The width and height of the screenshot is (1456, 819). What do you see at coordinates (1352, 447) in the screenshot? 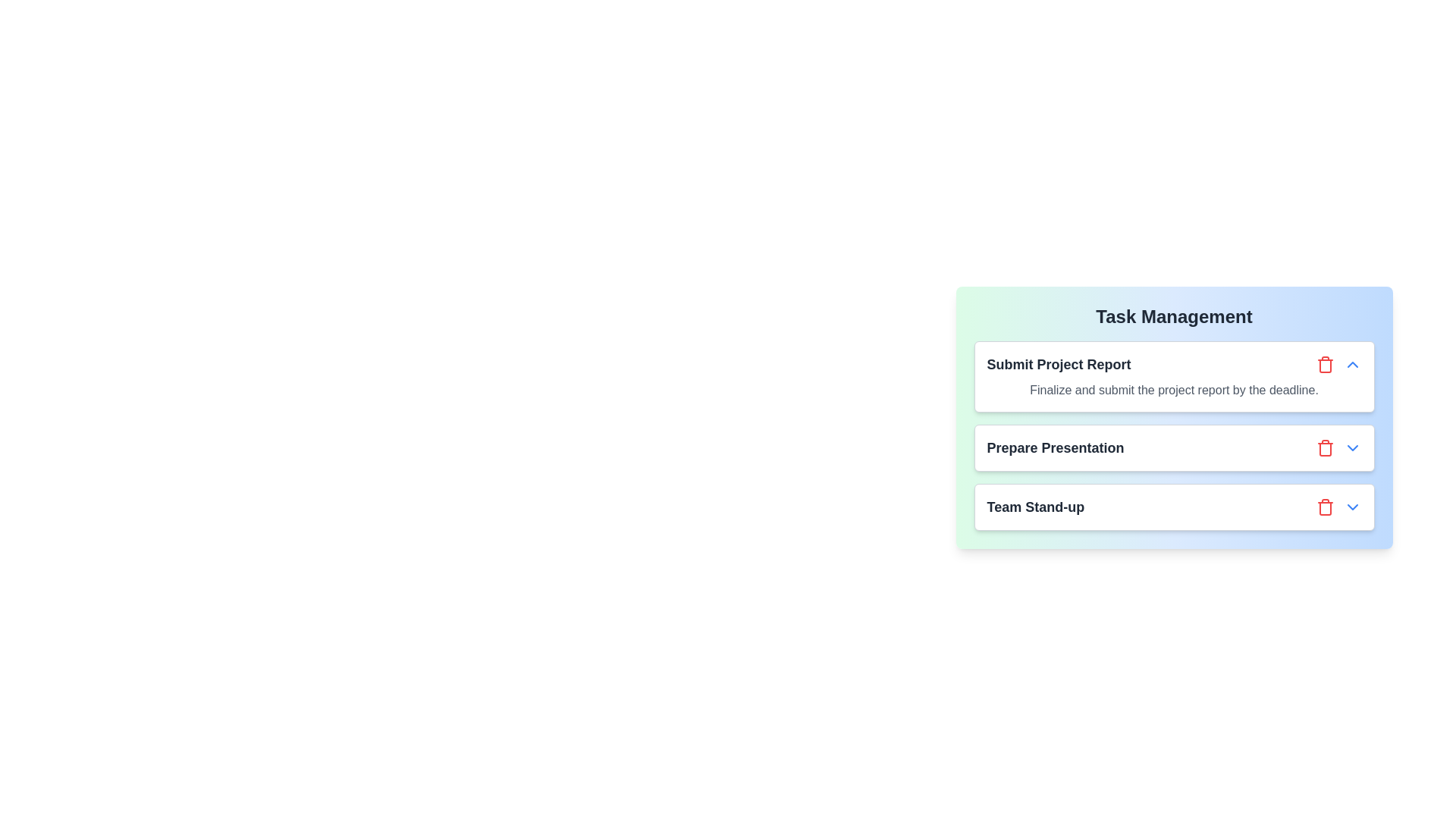
I see `the Dropdown toggle button located to the far right of the 'Prepare Presentation' task entry` at bounding box center [1352, 447].